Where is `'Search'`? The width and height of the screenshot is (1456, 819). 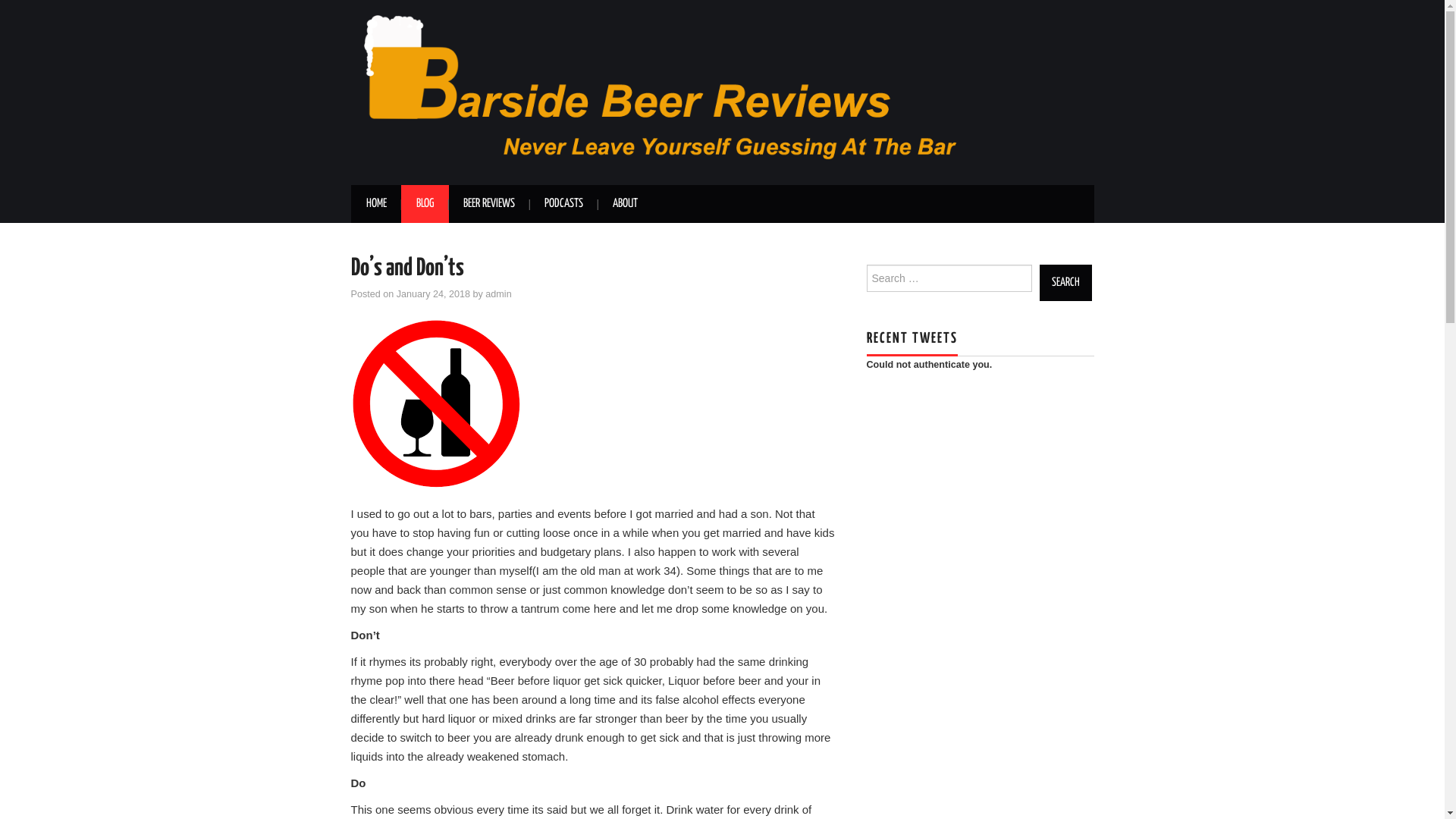
'Search' is located at coordinates (1064, 283).